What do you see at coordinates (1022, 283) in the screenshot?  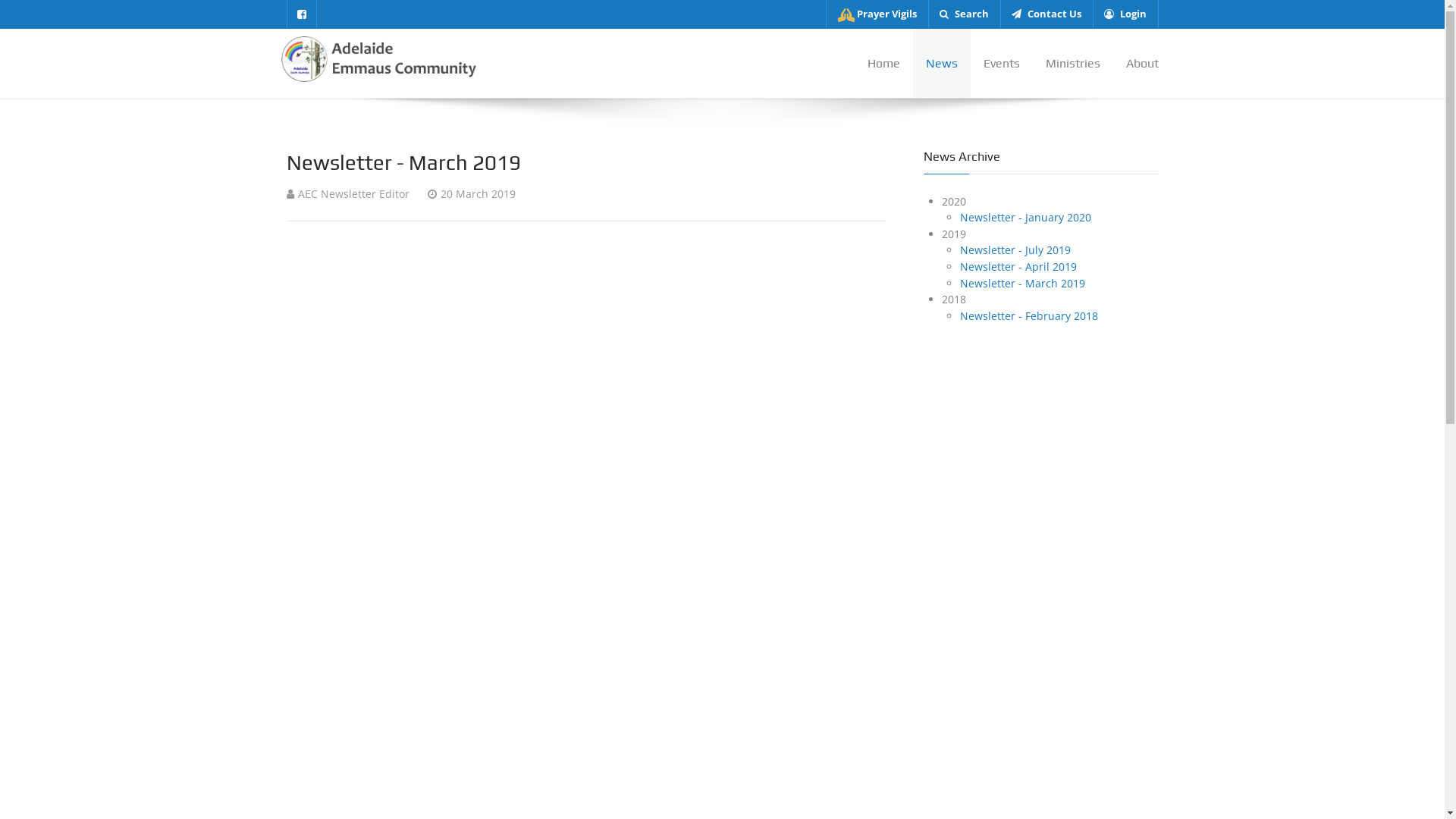 I see `'Newsletter - March 2019'` at bounding box center [1022, 283].